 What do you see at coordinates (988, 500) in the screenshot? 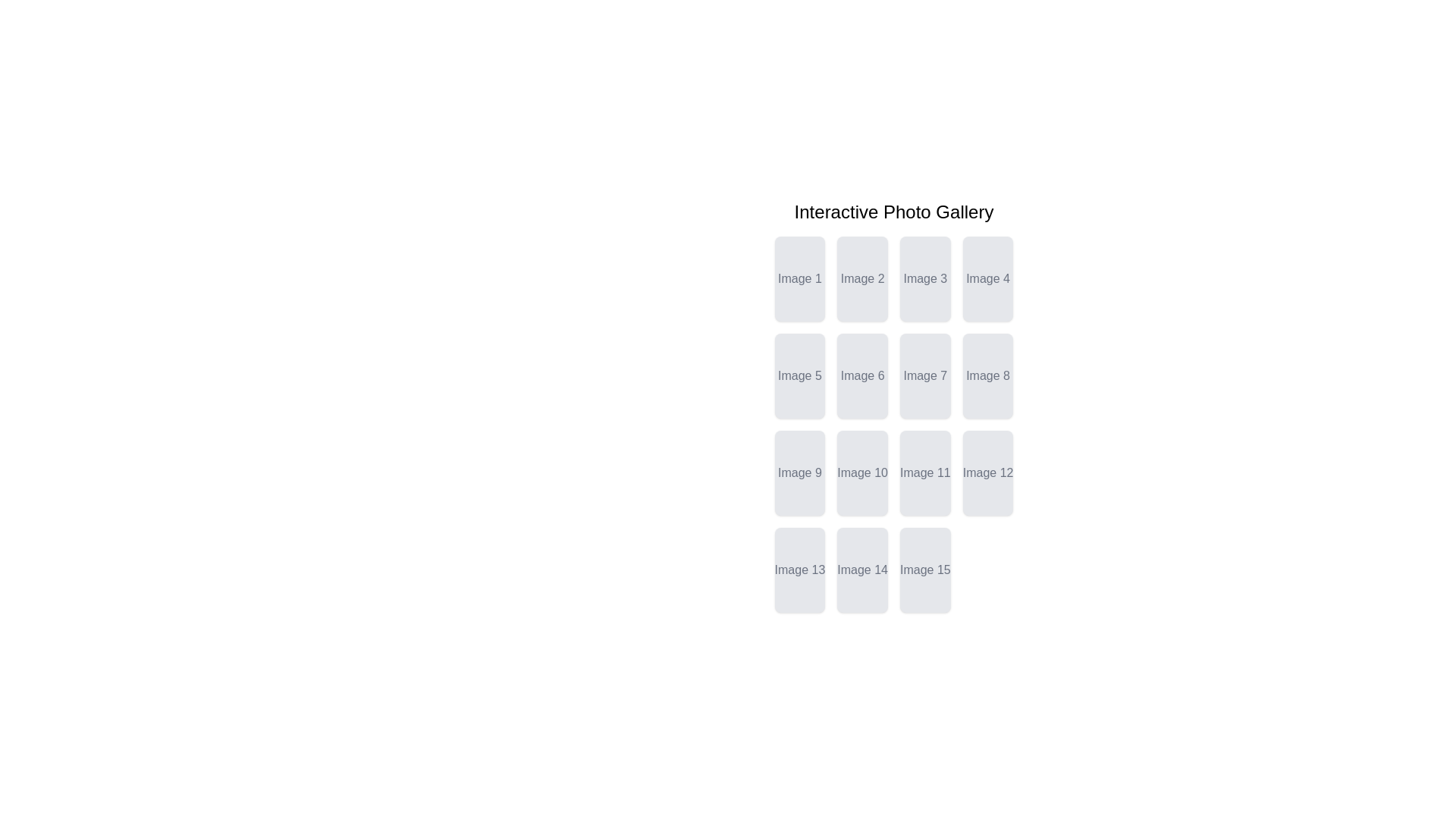
I see `the button located at the bottom of the grid cell for 'Image 12'` at bounding box center [988, 500].